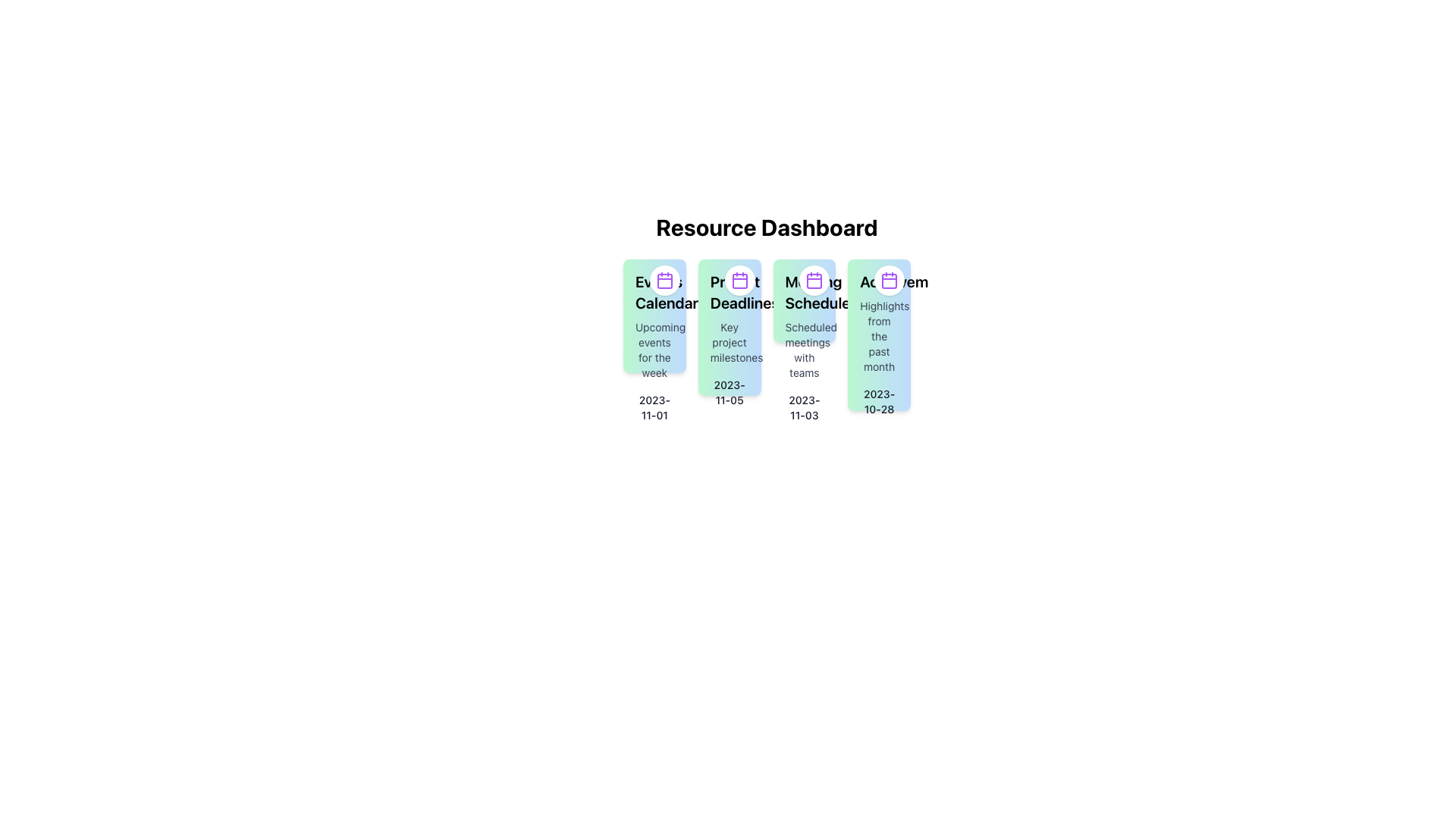 The image size is (1456, 819). What do you see at coordinates (803, 301) in the screenshot?
I see `the third Informational card in the Resource Dashboard` at bounding box center [803, 301].